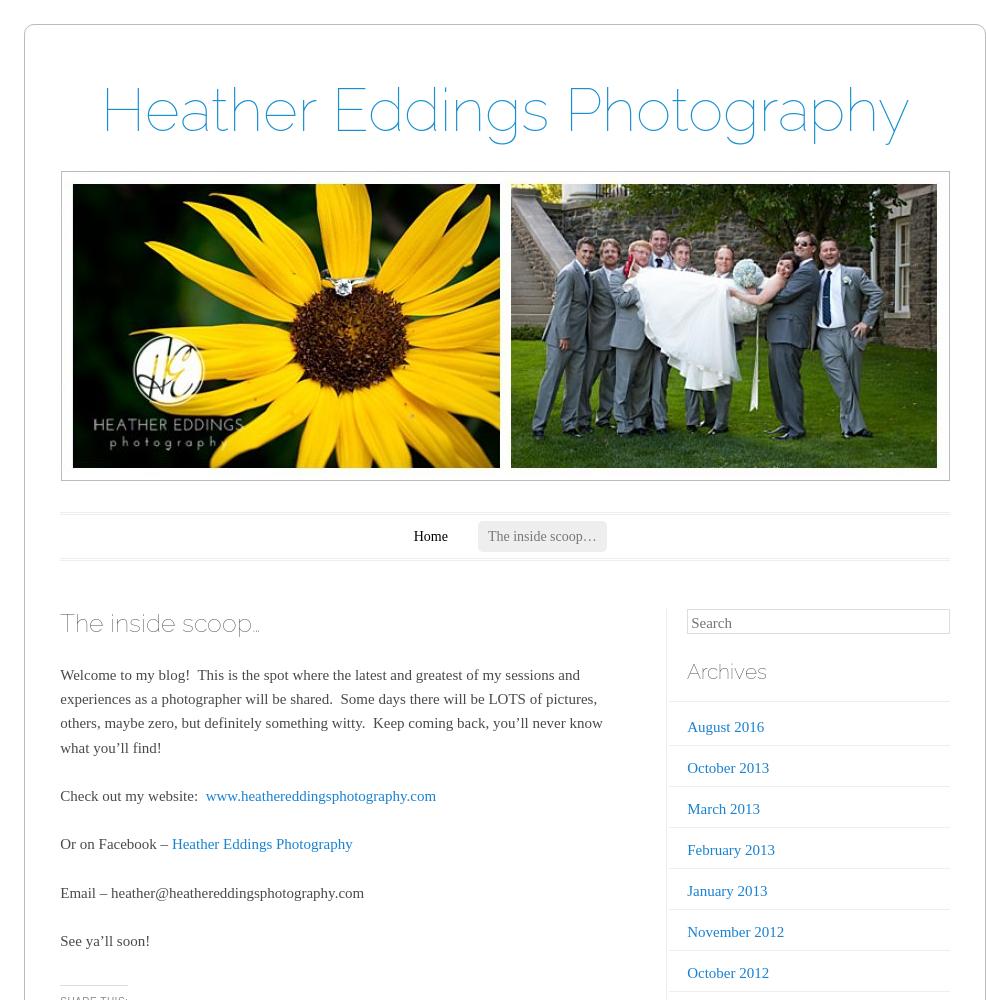 The image size is (986, 1000). What do you see at coordinates (105, 940) in the screenshot?
I see `'See ya’ll soon!'` at bounding box center [105, 940].